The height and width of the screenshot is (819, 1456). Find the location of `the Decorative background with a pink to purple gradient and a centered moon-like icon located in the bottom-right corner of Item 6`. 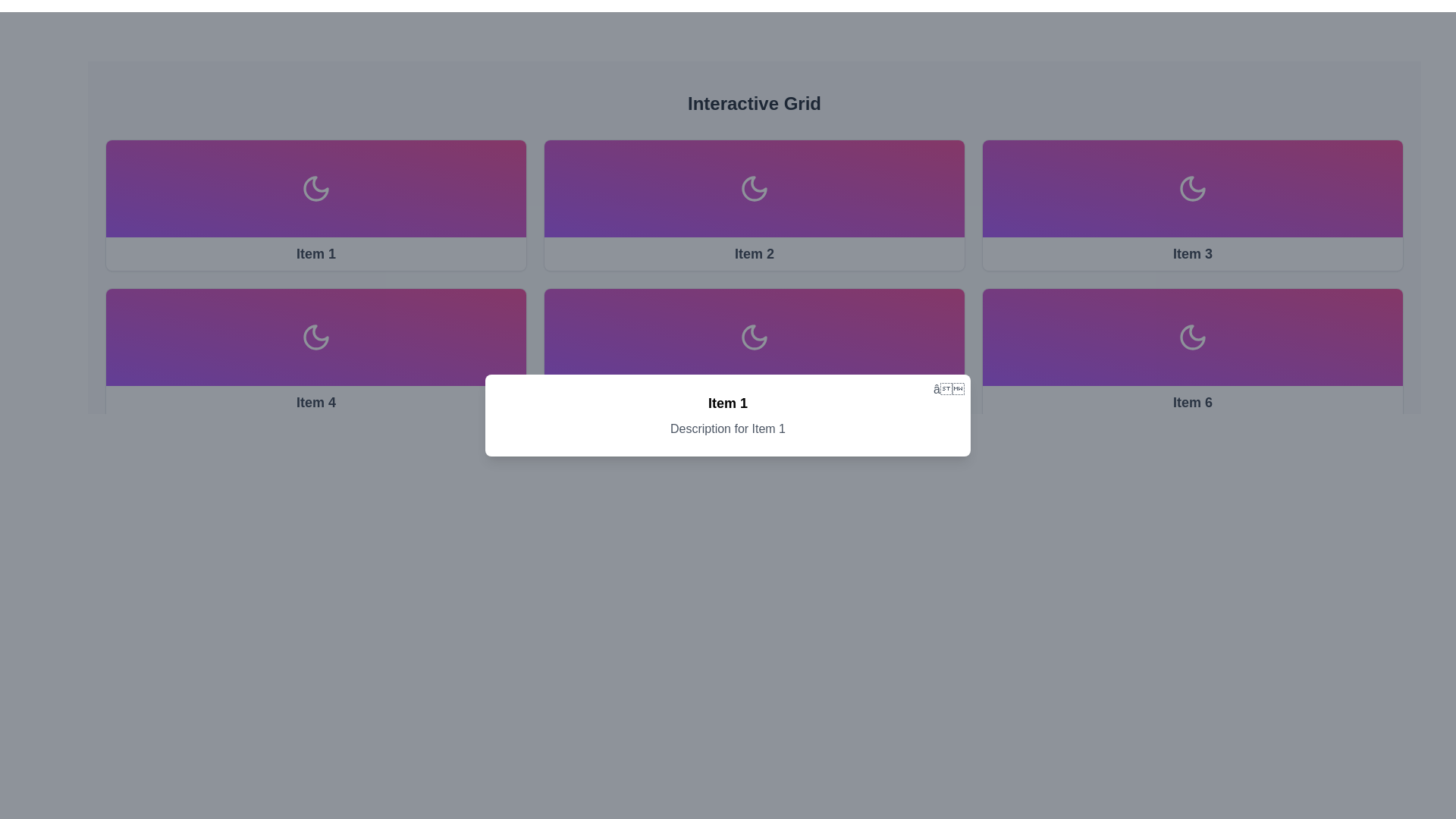

the Decorative background with a pink to purple gradient and a centered moon-like icon located in the bottom-right corner of Item 6 is located at coordinates (1192, 336).